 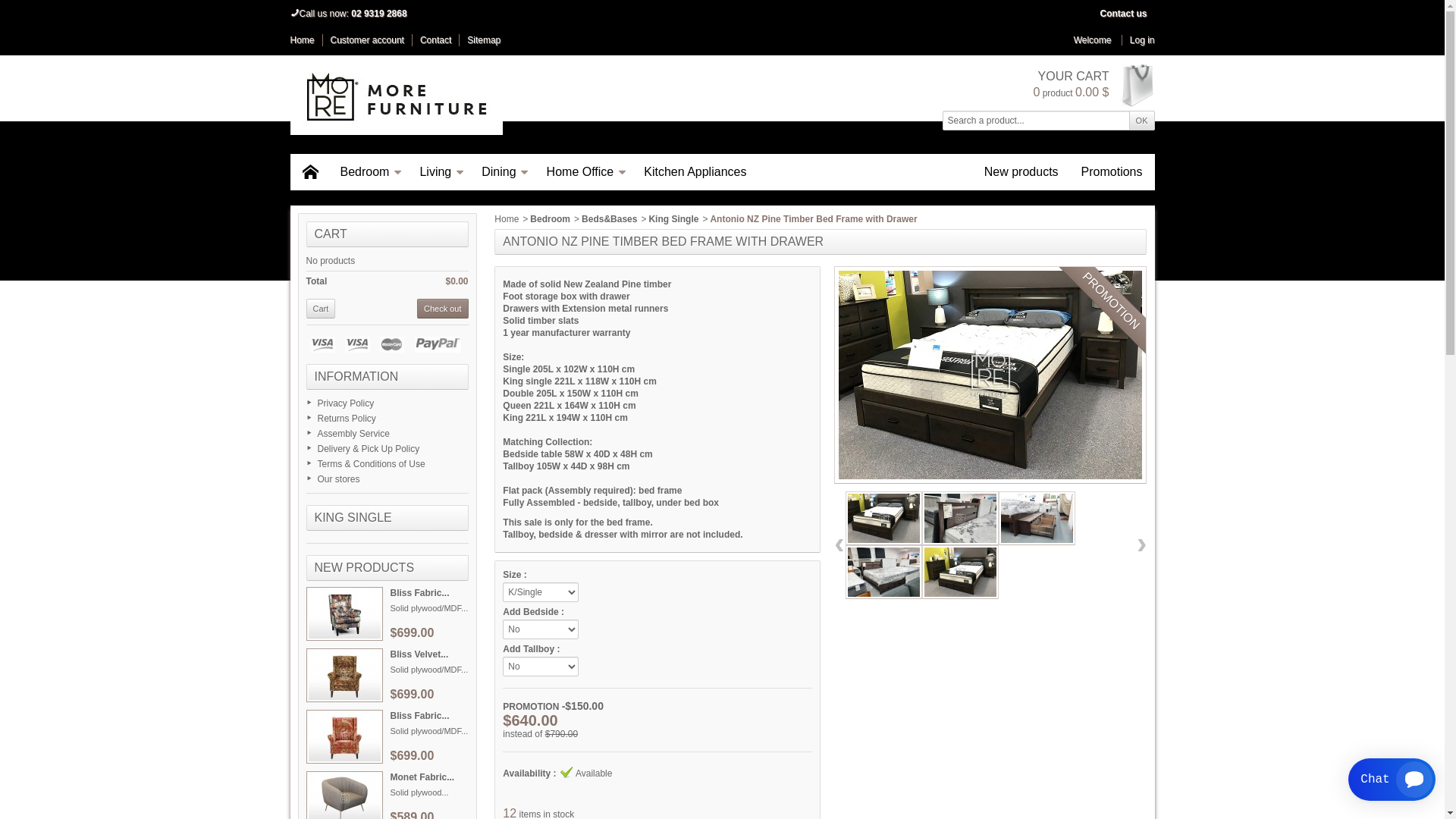 I want to click on 'Home', so click(x=506, y=219).